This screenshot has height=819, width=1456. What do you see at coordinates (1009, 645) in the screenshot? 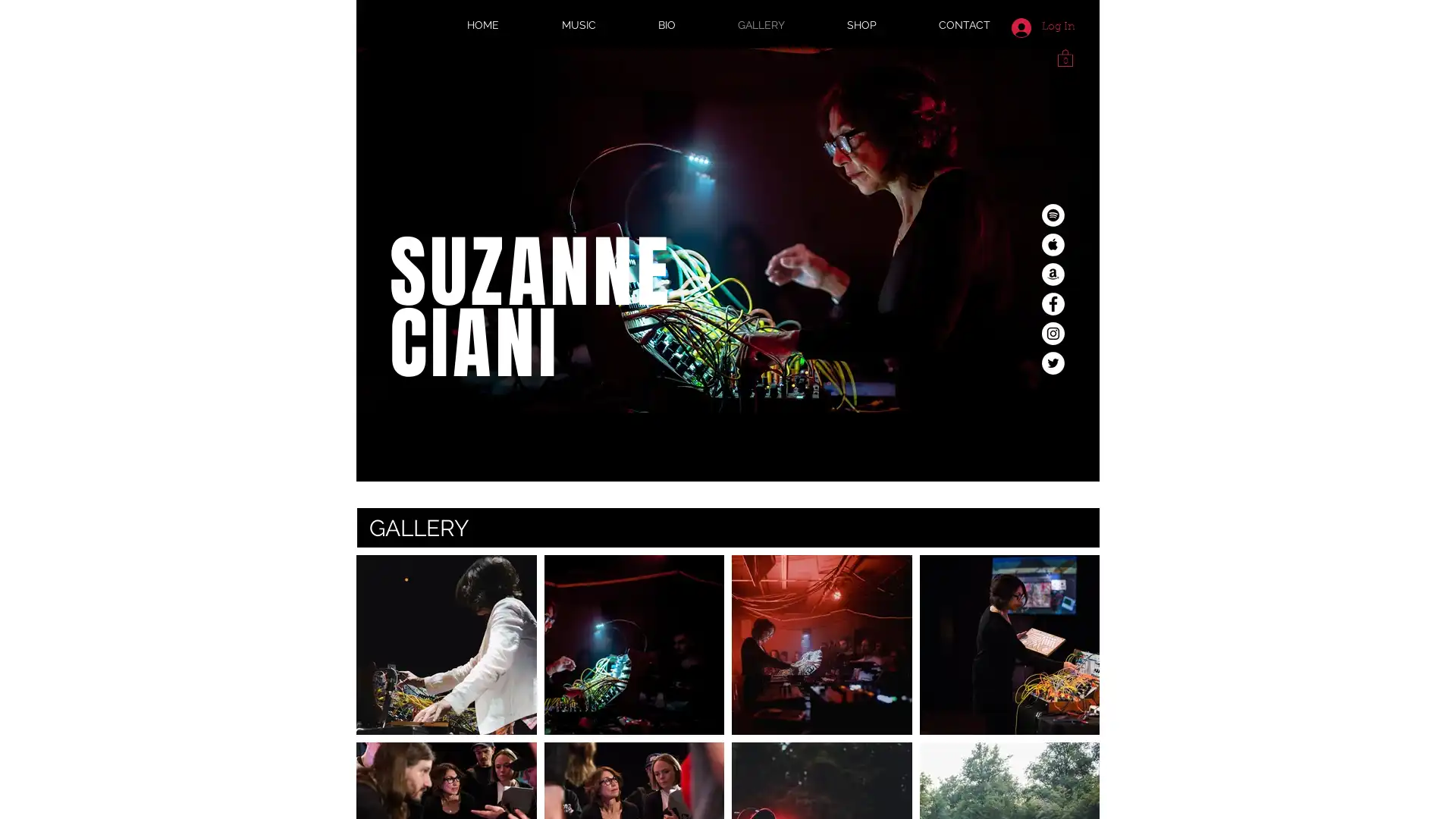
I see `2016 RBMA Buchla Demo` at bounding box center [1009, 645].